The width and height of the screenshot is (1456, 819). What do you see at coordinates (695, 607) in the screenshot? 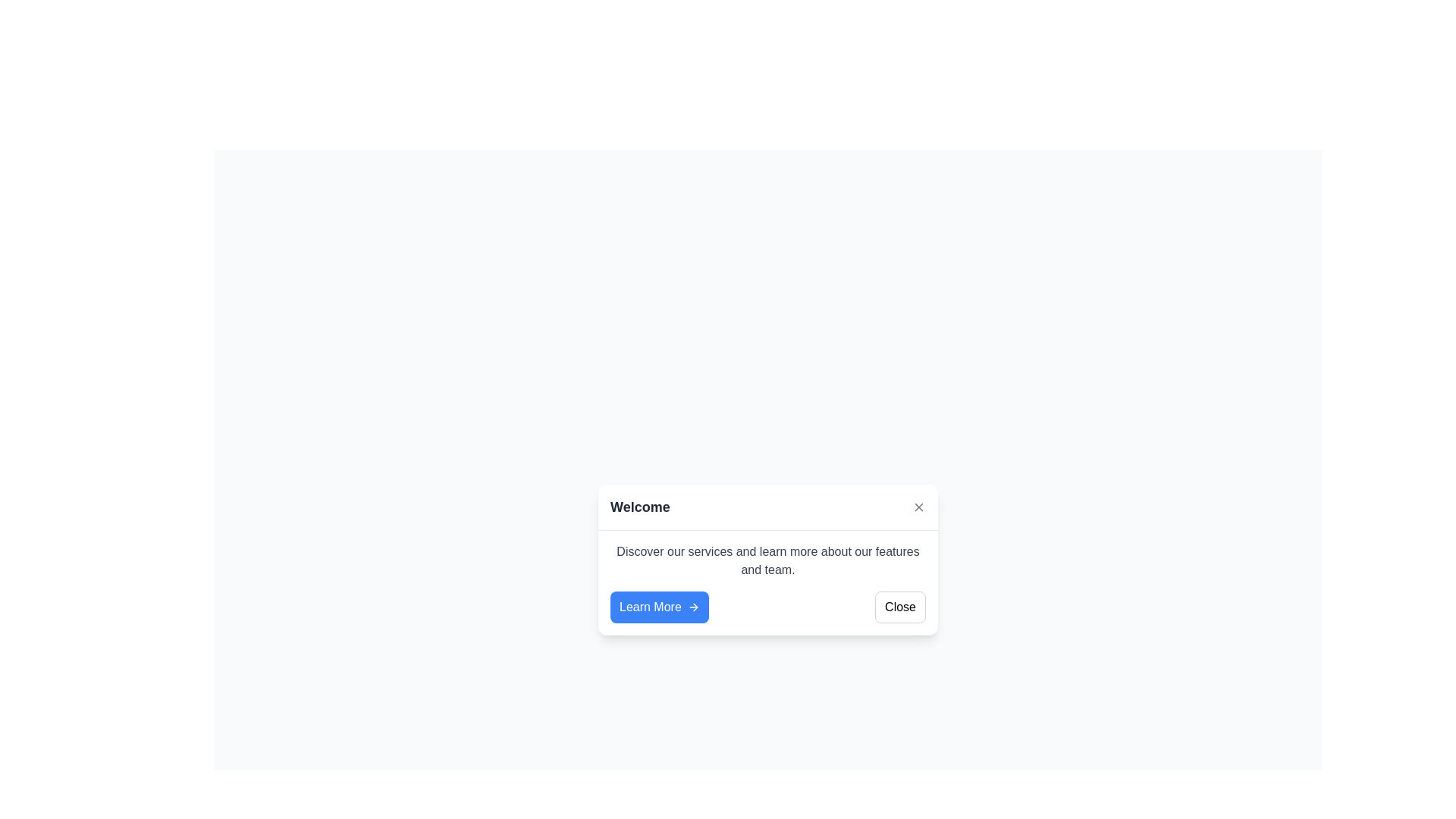
I see `the decorative arrow icon located to the right of the 'Learn More' button, which serves as a visual cue for additional navigation` at bounding box center [695, 607].